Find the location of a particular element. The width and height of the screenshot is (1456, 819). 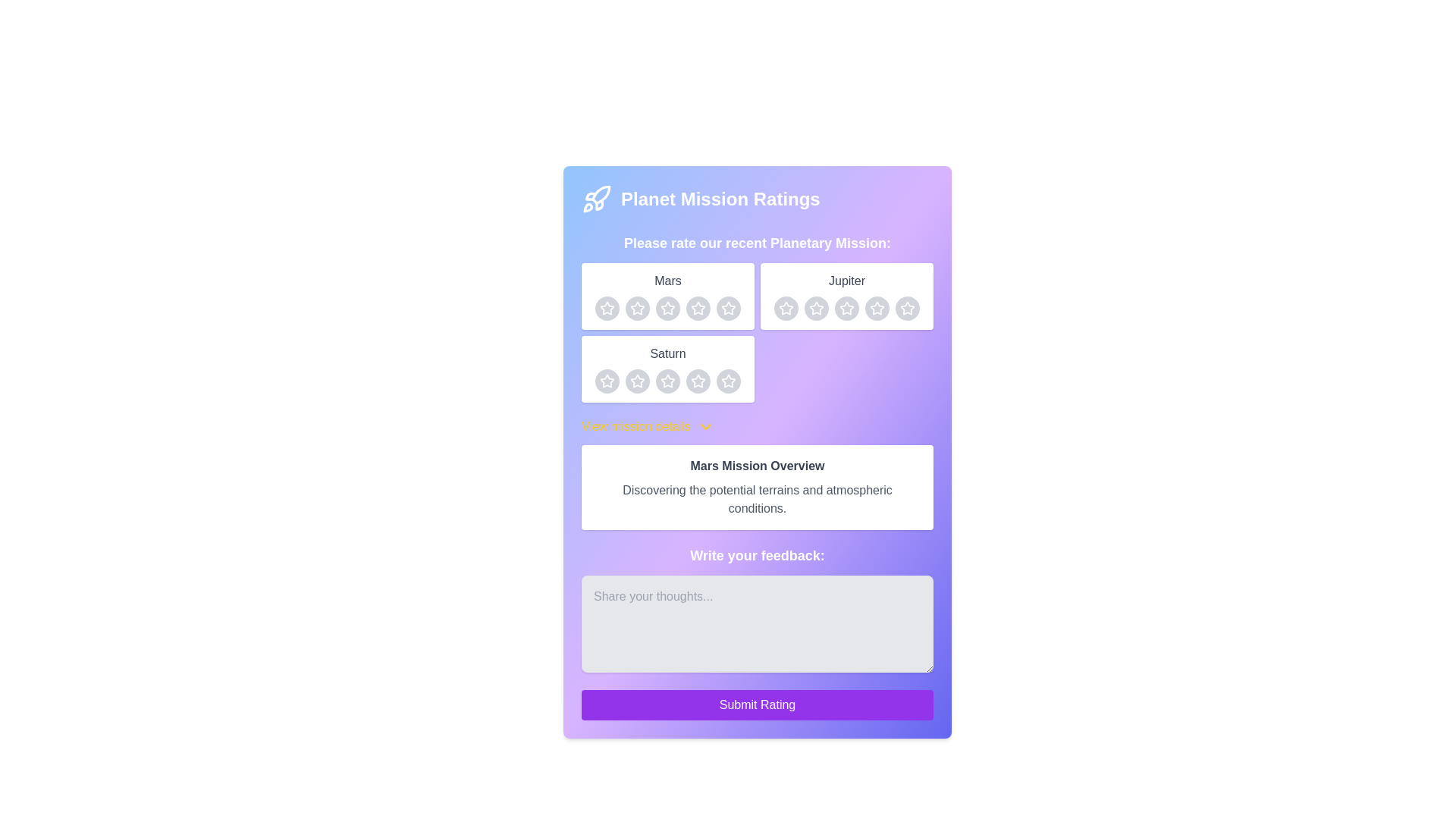

the first star icon in the rating system beneath the 'Saturn' heading to rate it is located at coordinates (607, 380).